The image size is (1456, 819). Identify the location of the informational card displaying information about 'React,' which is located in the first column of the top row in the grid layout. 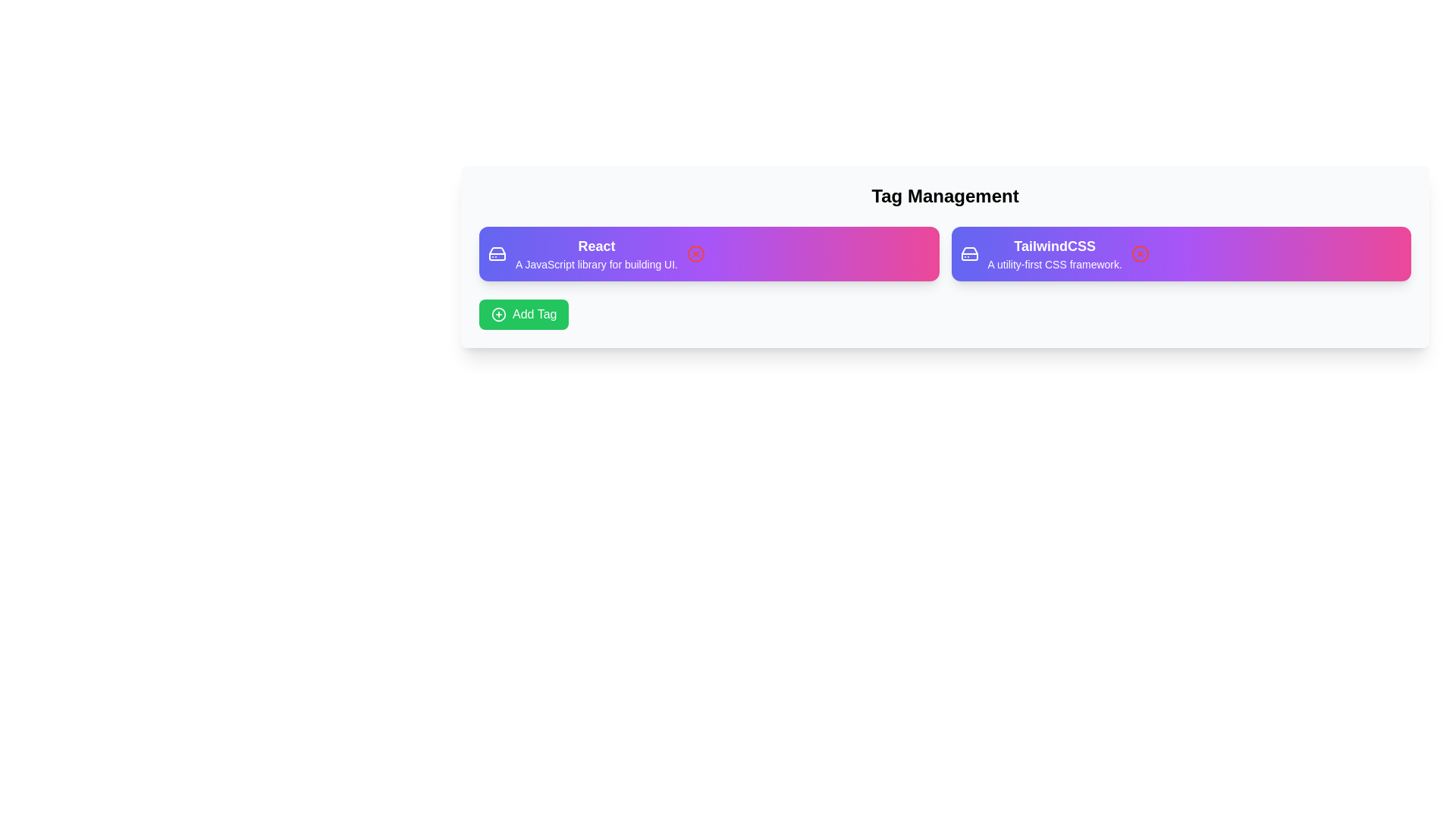
(708, 253).